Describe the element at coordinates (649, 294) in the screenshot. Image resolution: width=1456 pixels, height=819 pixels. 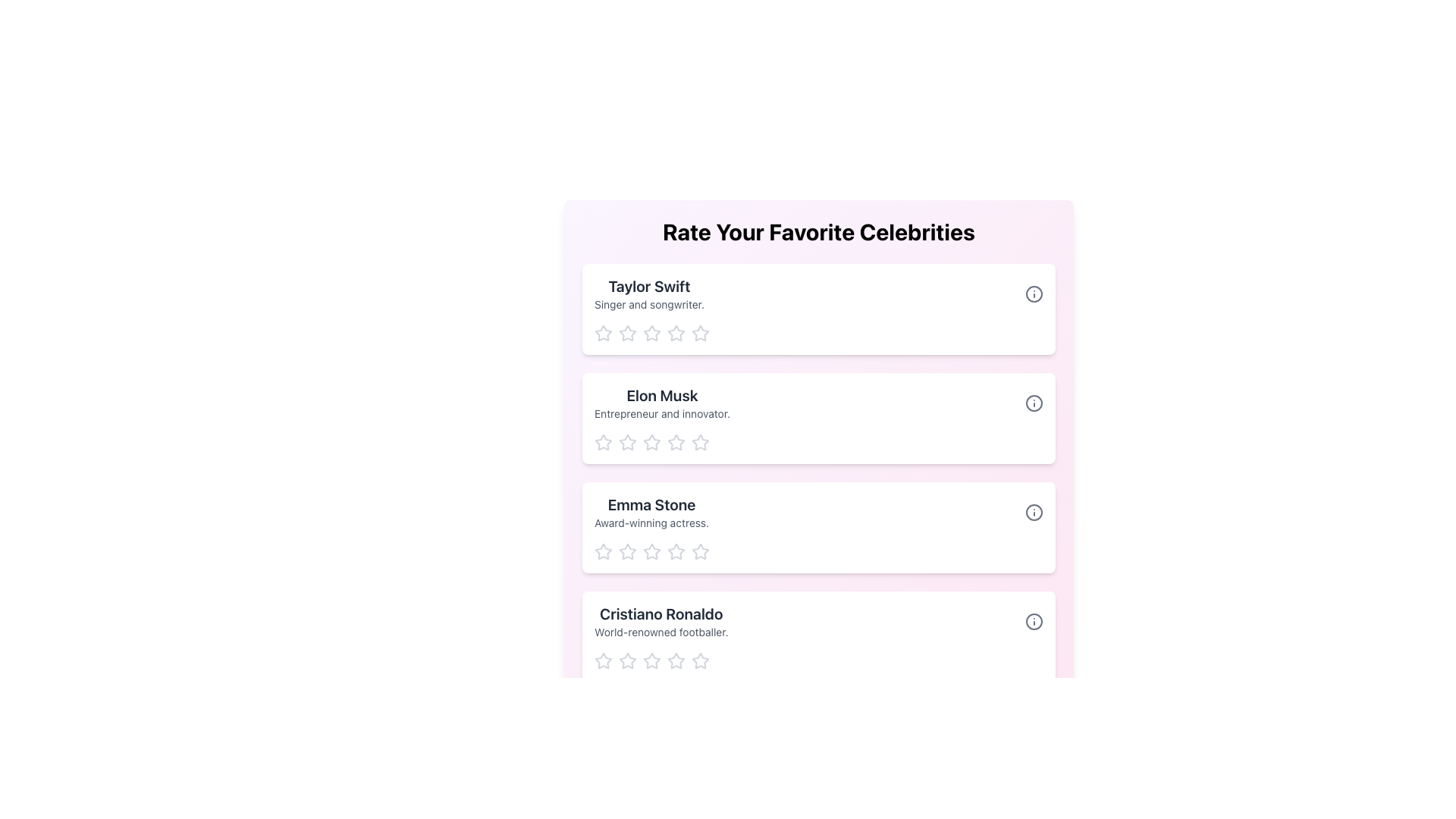
I see `the text block displaying 'Taylor Swift' and 'Singer and songwriter', which is the first profile entry in a list of profiles` at that location.